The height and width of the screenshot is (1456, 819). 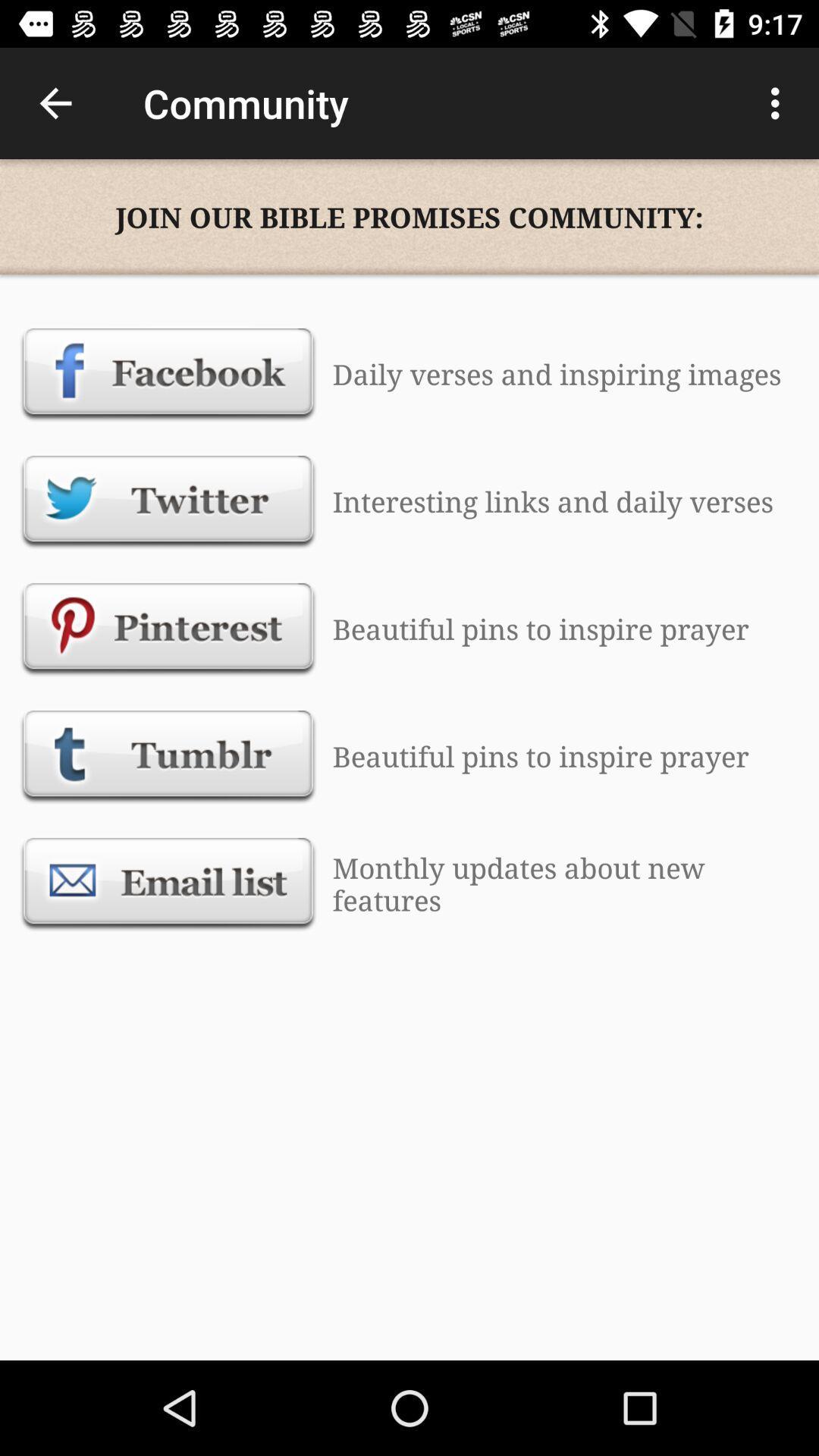 What do you see at coordinates (779, 102) in the screenshot?
I see `item next to the community` at bounding box center [779, 102].